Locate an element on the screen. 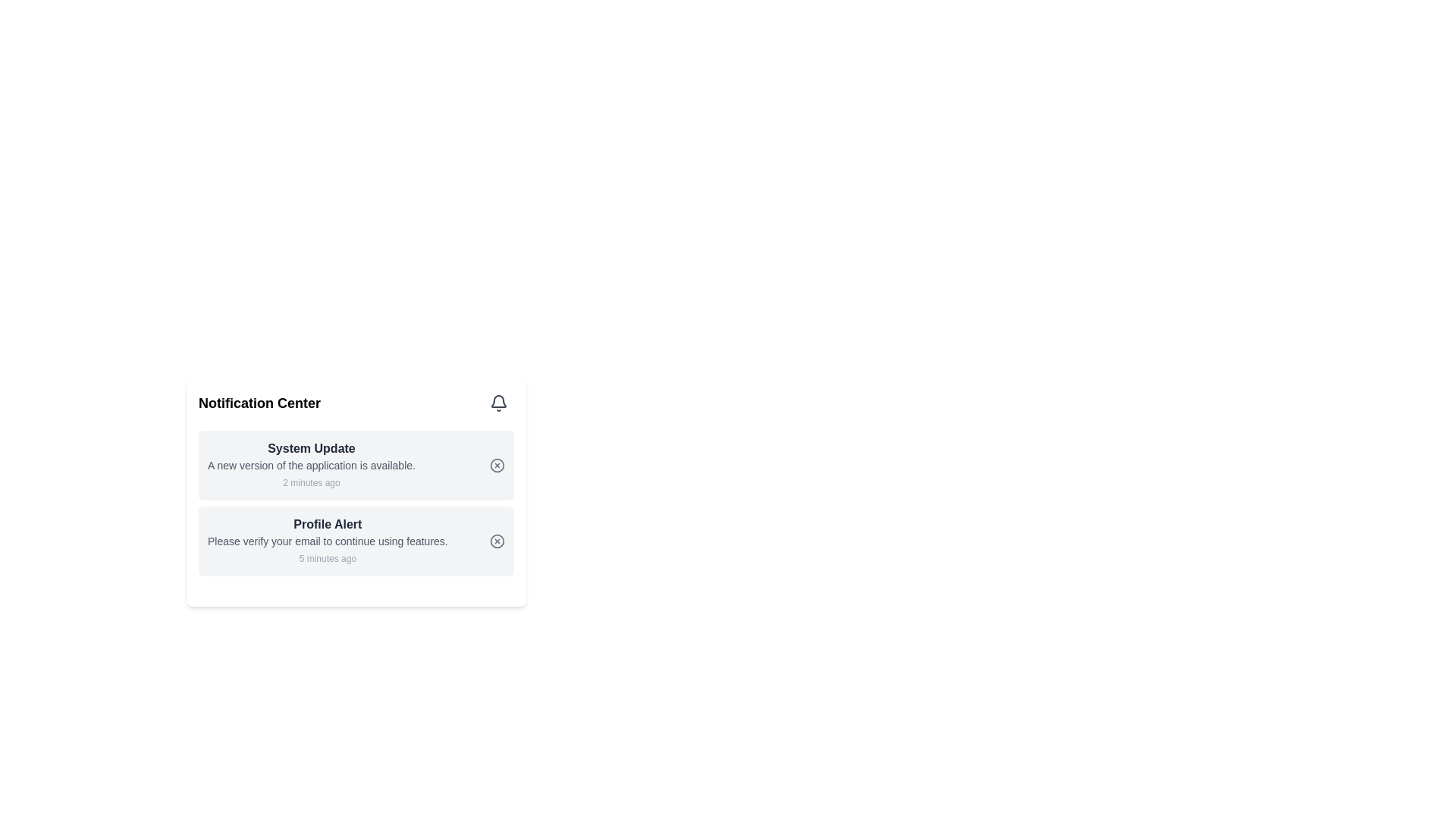 The height and width of the screenshot is (819, 1456). the decorative SVG circle that represents a close action, located slightly to the right of the text 'Profile Alert' in the second notification card under 'Notification Center' is located at coordinates (497, 540).